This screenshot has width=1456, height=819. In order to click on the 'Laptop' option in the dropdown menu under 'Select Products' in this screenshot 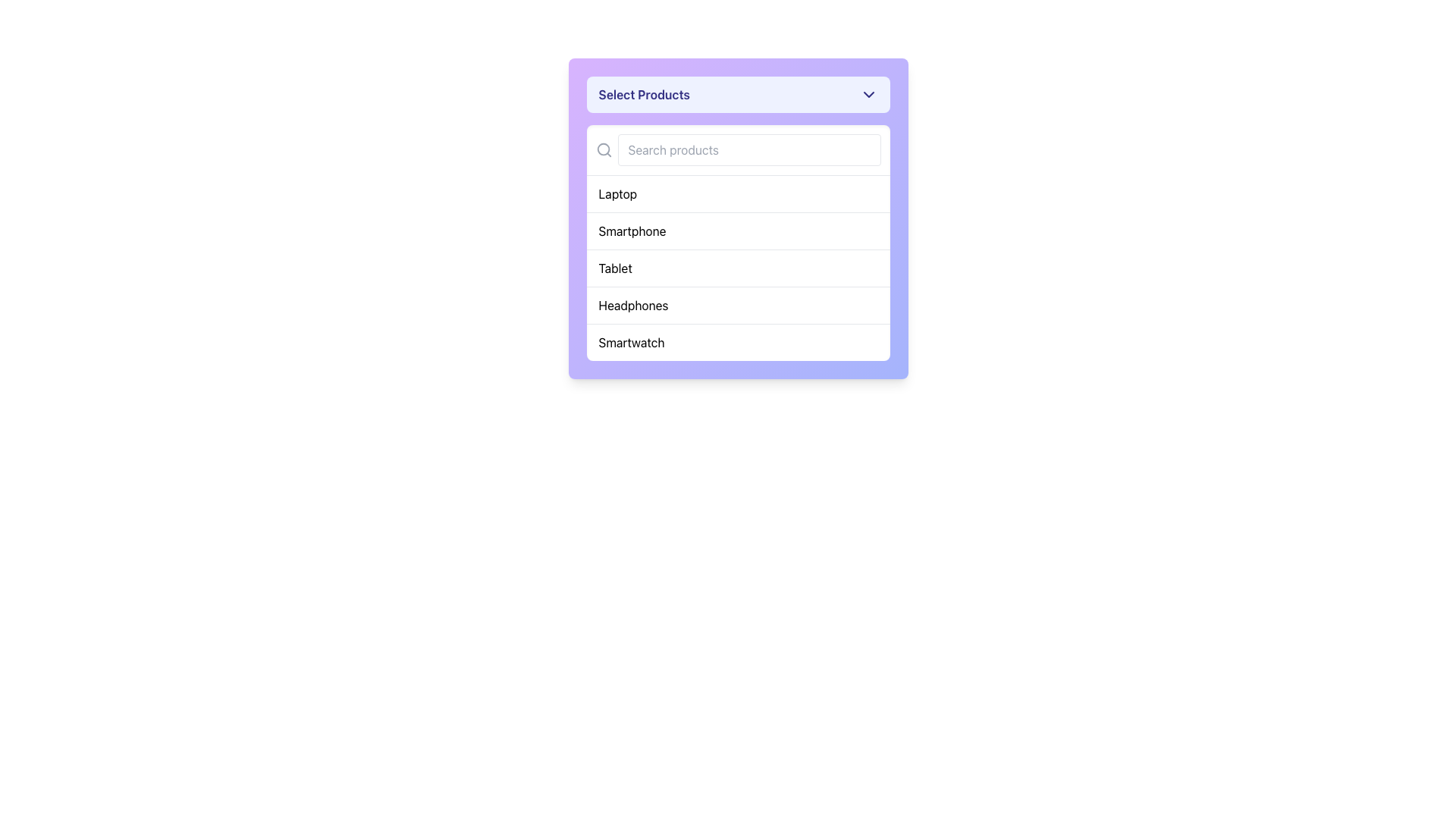, I will do `click(617, 193)`.